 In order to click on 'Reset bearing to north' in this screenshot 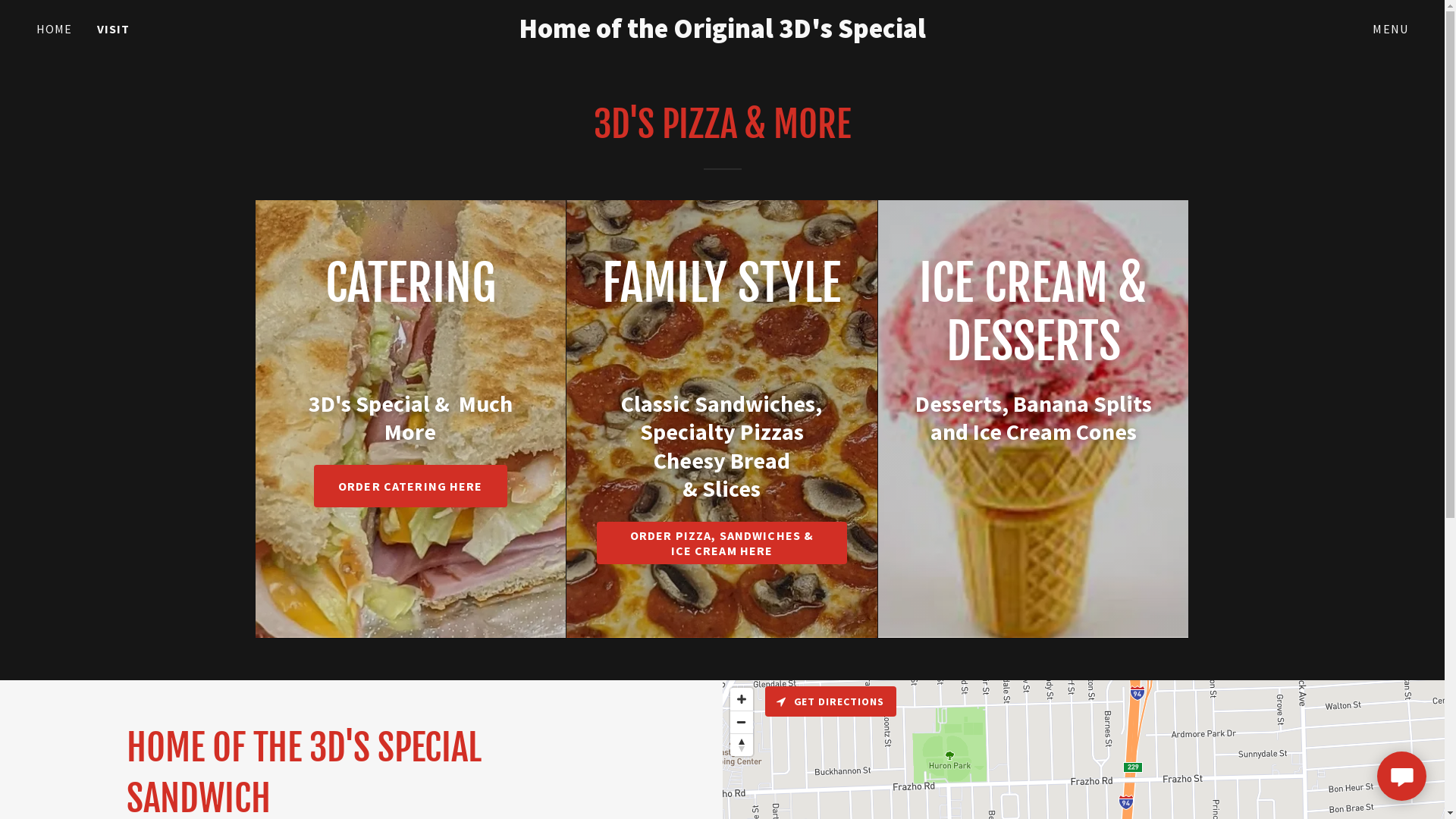, I will do `click(729, 744)`.